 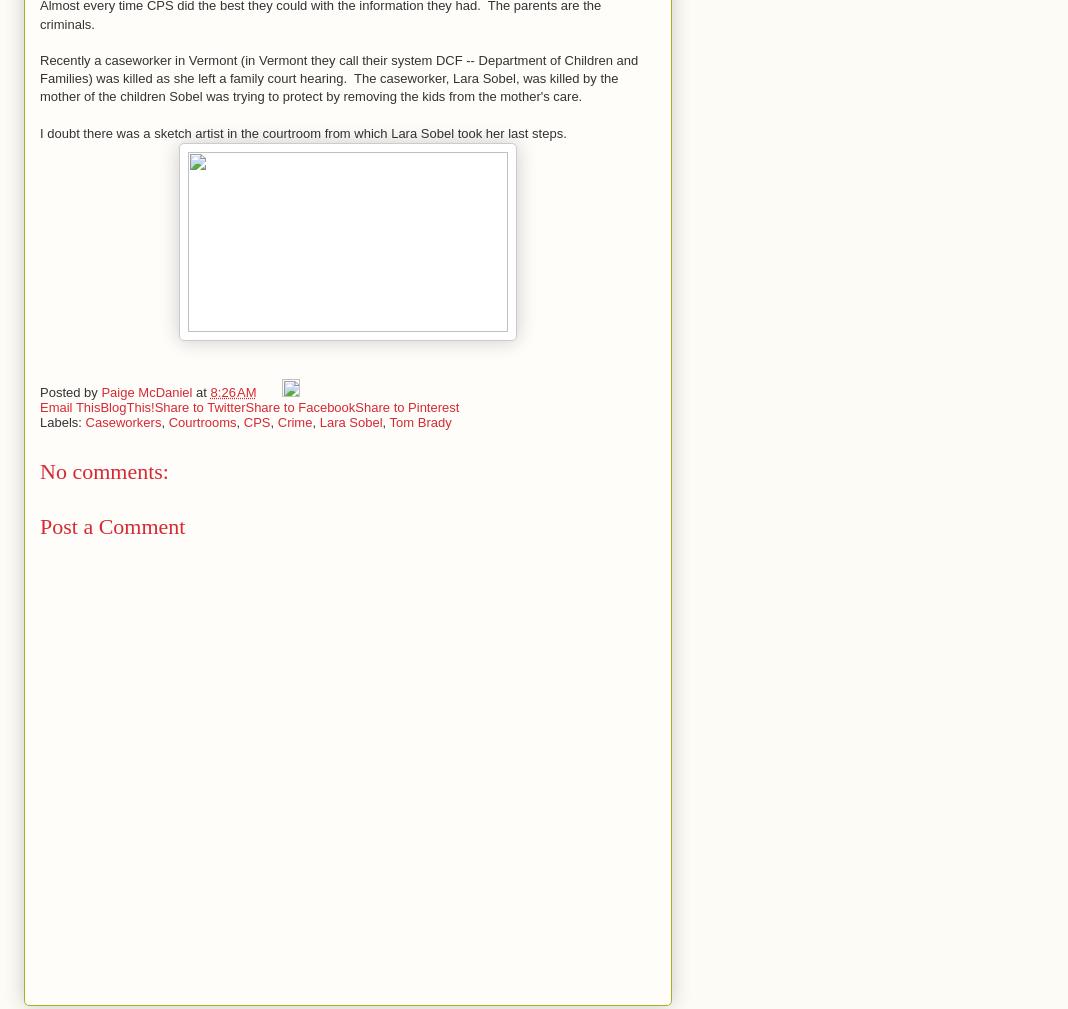 I want to click on 'at', so click(x=195, y=390).